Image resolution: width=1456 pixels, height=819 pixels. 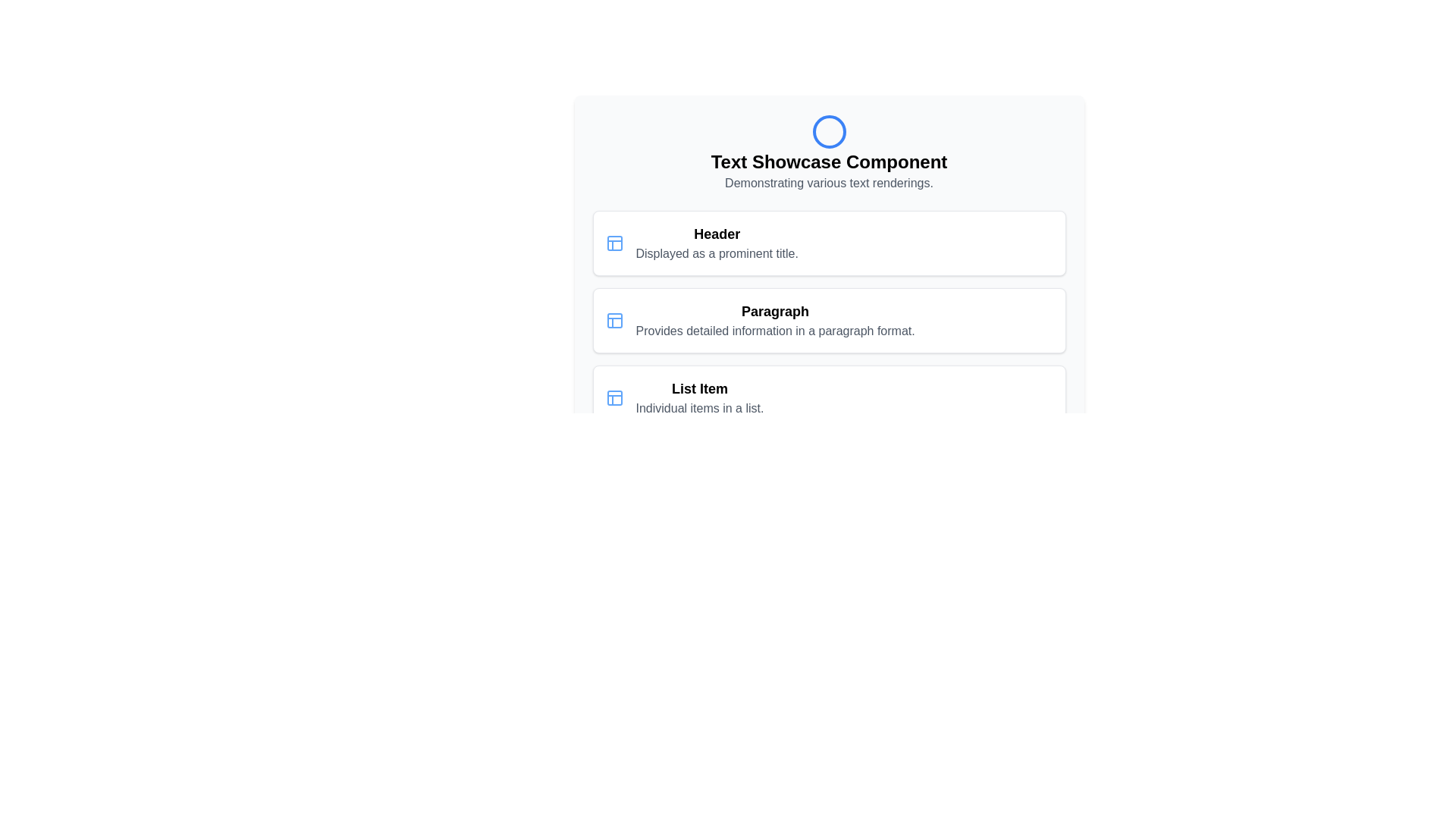 What do you see at coordinates (775, 311) in the screenshot?
I see `the Text Label that serves as the title for the second segment of a vertically stacked list, positioned between 'Header' and 'List Item'` at bounding box center [775, 311].